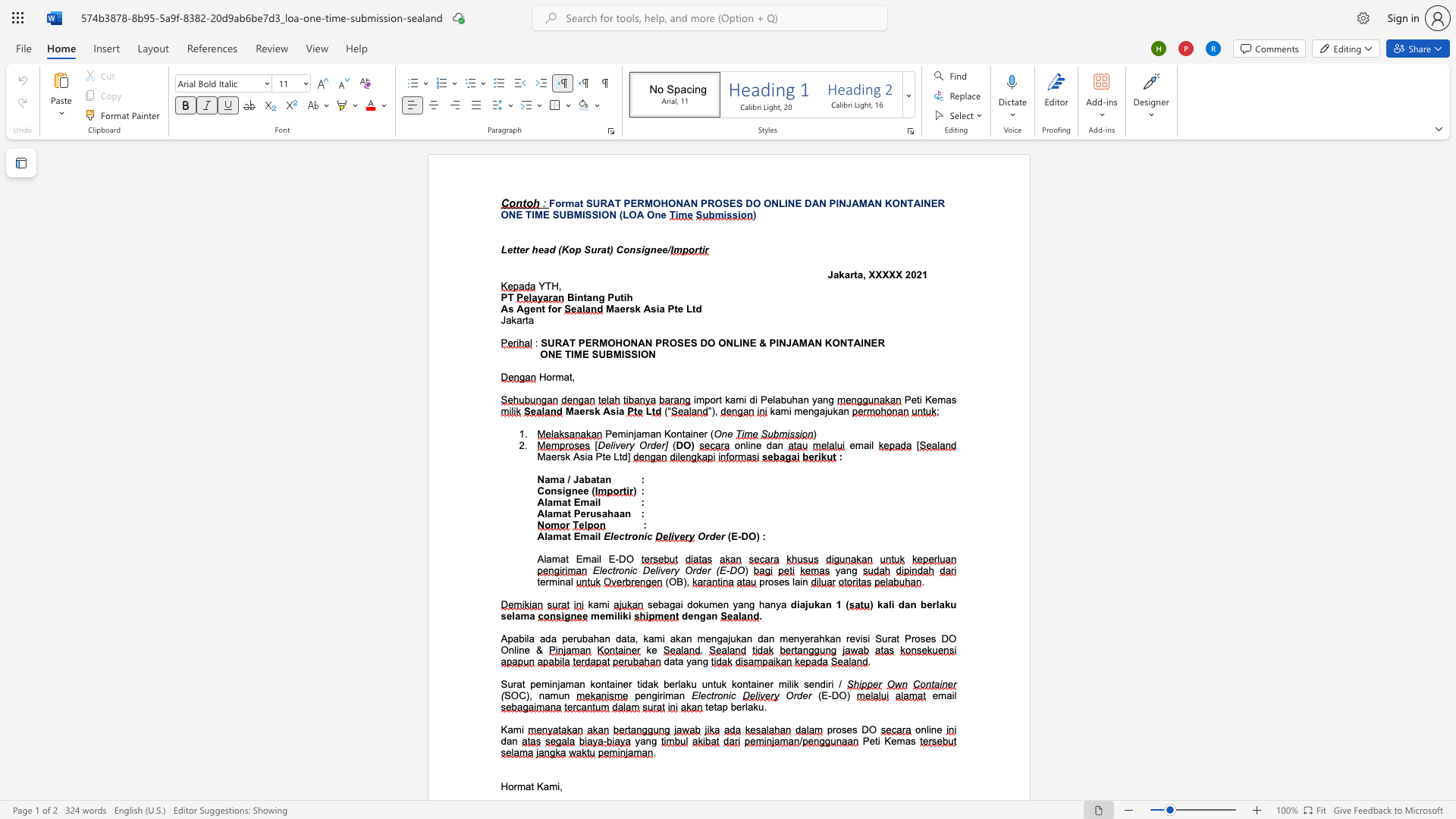 The width and height of the screenshot is (1456, 819). What do you see at coordinates (714, 399) in the screenshot?
I see `the subset text "rt k" within the text "import kami di Pelabuhan yang"` at bounding box center [714, 399].